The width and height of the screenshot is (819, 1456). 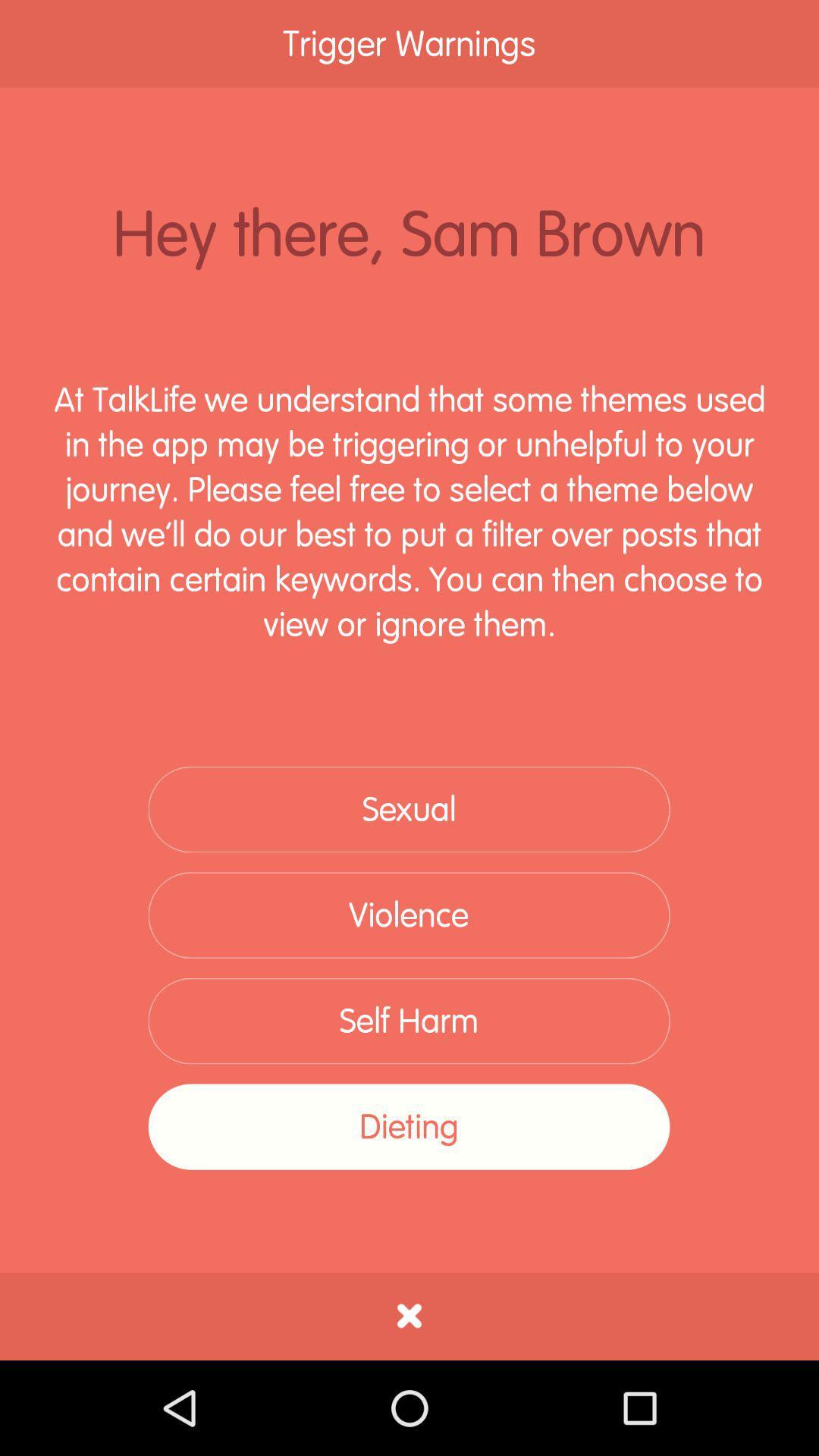 What do you see at coordinates (408, 1021) in the screenshot?
I see `icon above the dieting item` at bounding box center [408, 1021].